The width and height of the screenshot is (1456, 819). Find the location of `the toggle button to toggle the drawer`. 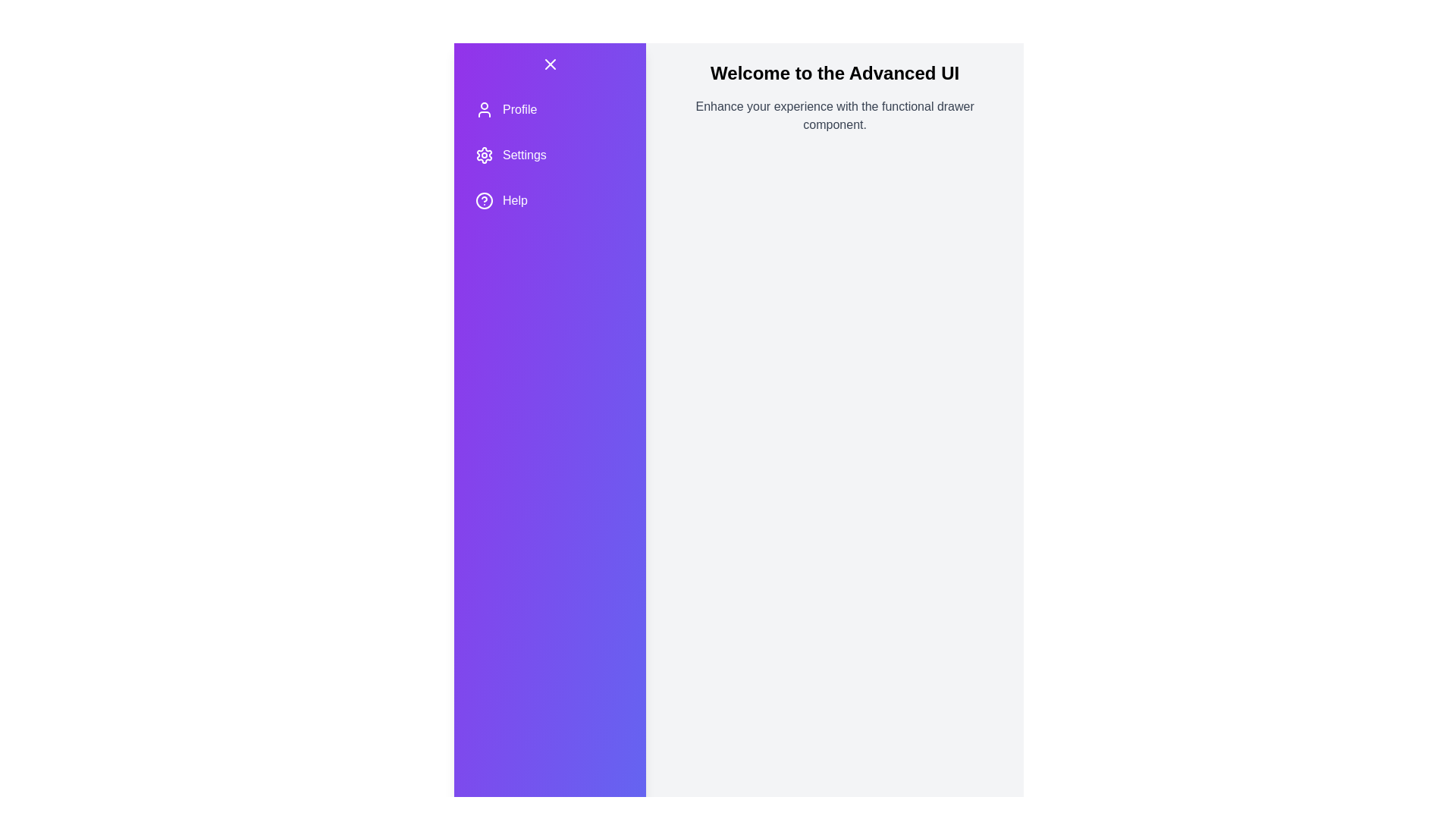

the toggle button to toggle the drawer is located at coordinates (549, 63).